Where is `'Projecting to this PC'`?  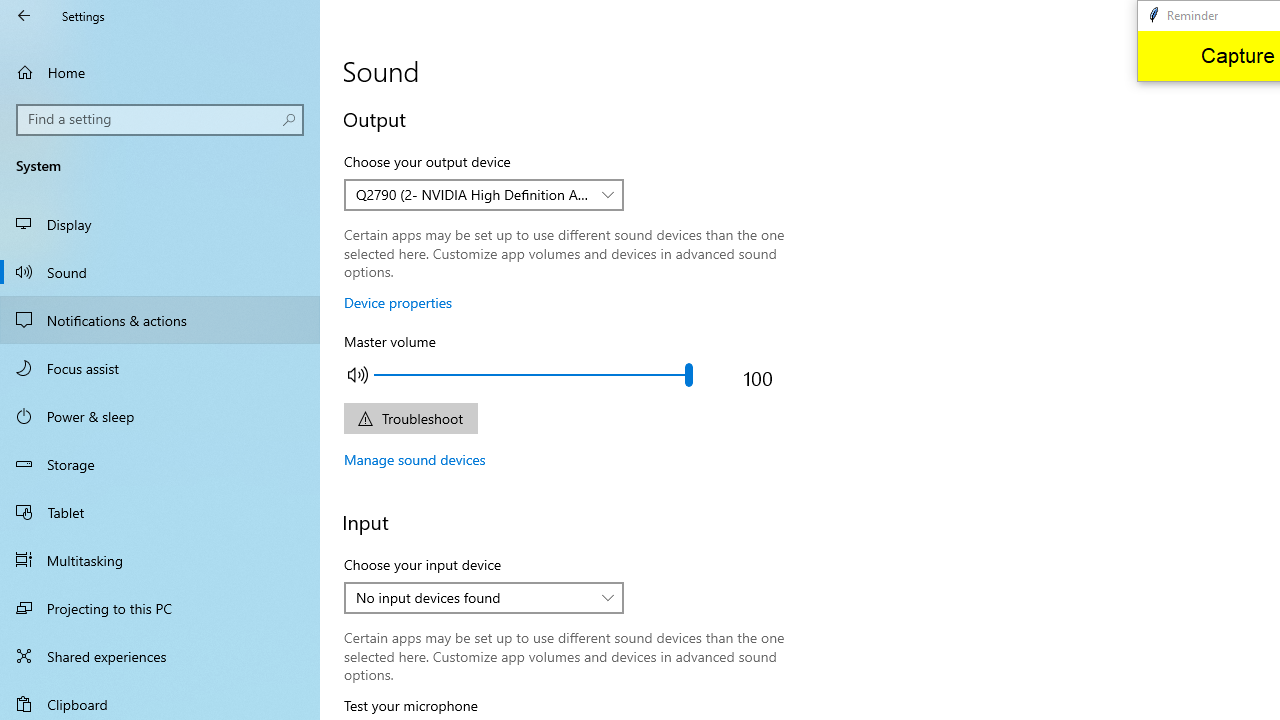
'Projecting to this PC' is located at coordinates (160, 607).